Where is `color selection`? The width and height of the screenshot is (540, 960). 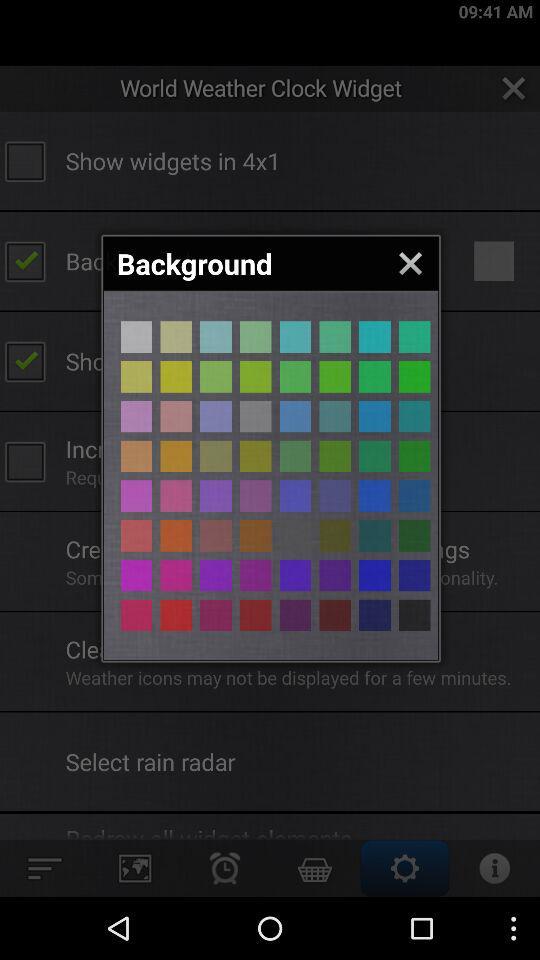 color selection is located at coordinates (413, 534).